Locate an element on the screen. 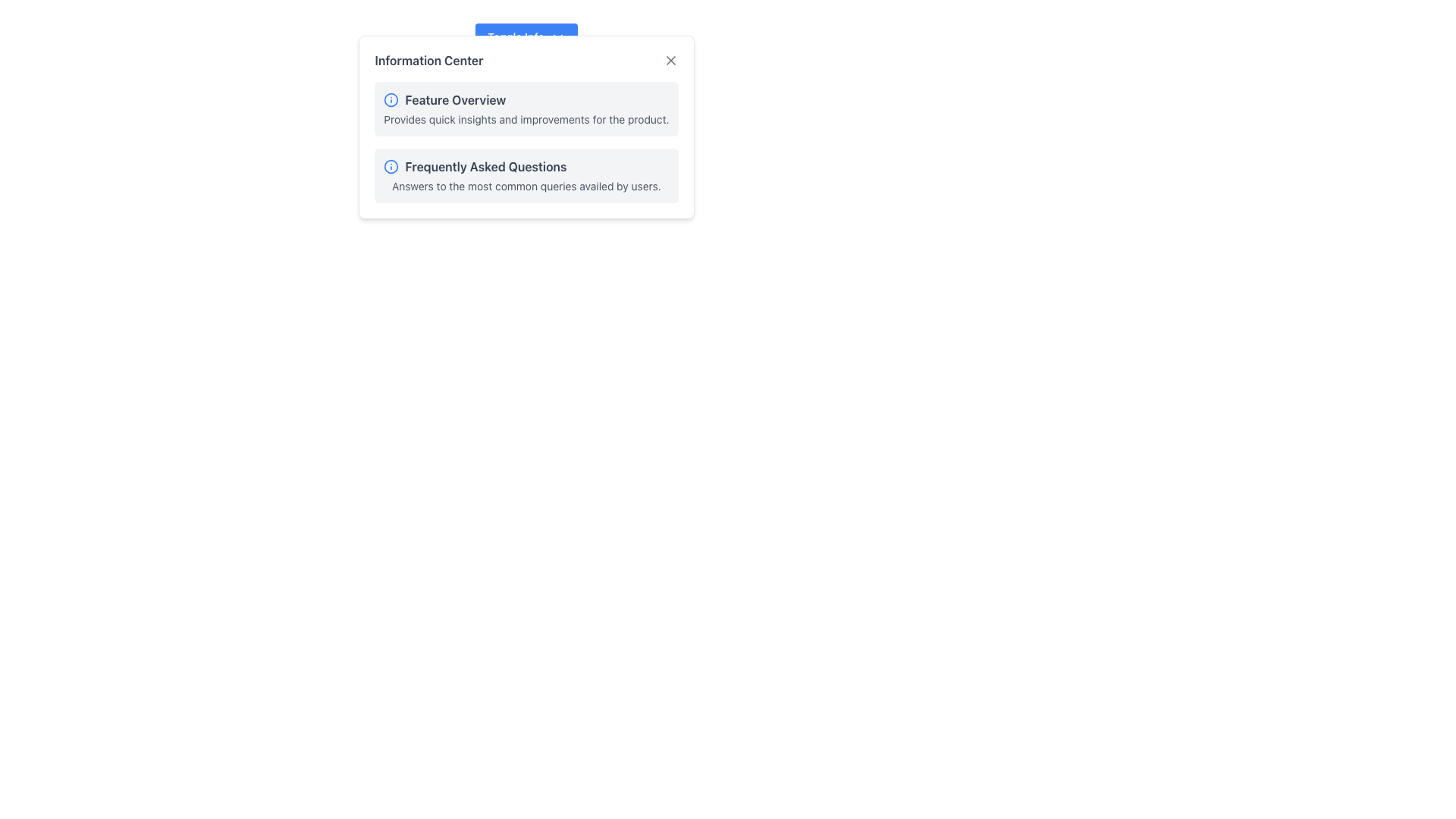 The image size is (1456, 819). the button located in the top section of the modal is located at coordinates (526, 36).